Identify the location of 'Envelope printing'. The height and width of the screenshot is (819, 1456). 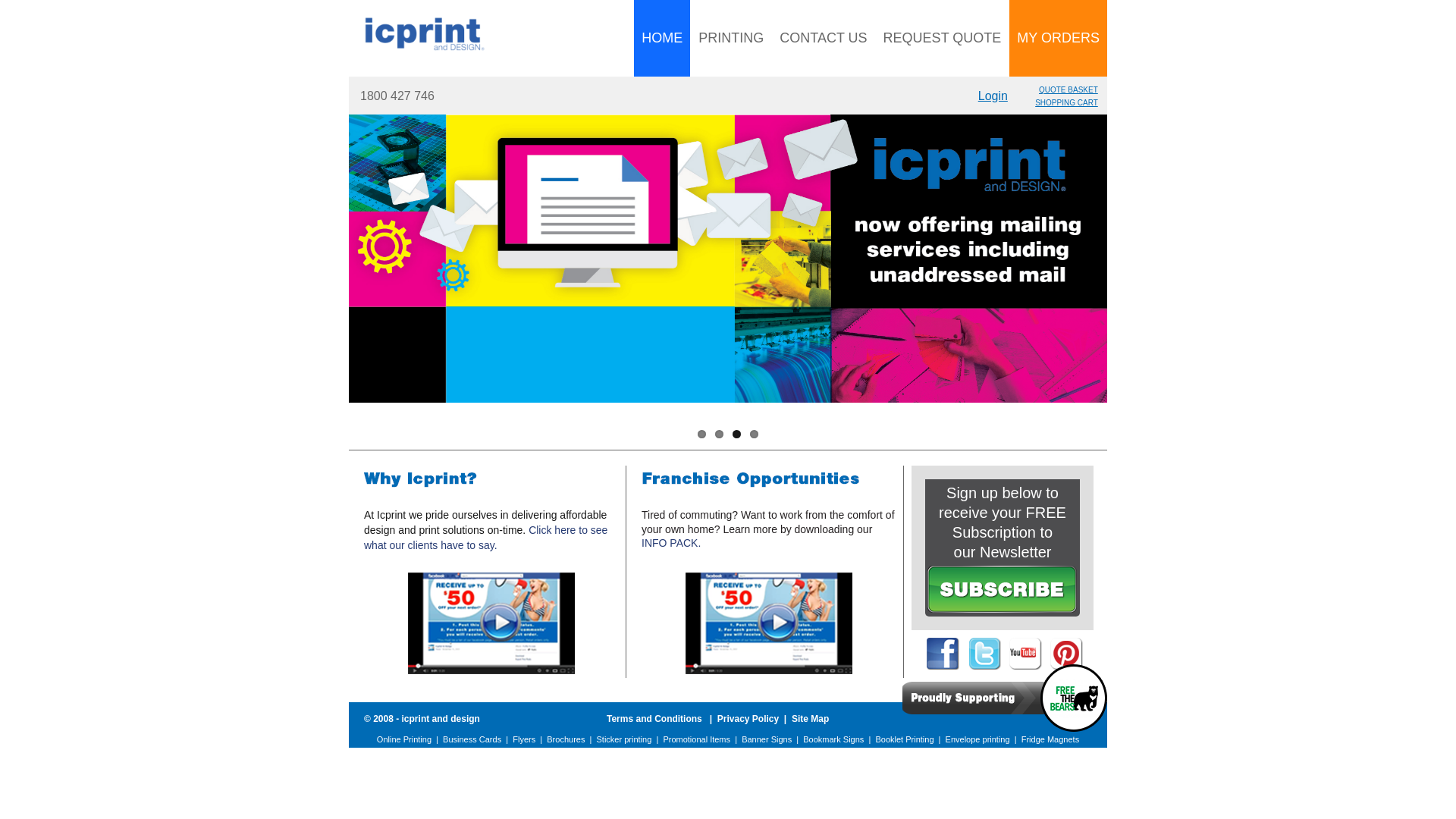
(977, 739).